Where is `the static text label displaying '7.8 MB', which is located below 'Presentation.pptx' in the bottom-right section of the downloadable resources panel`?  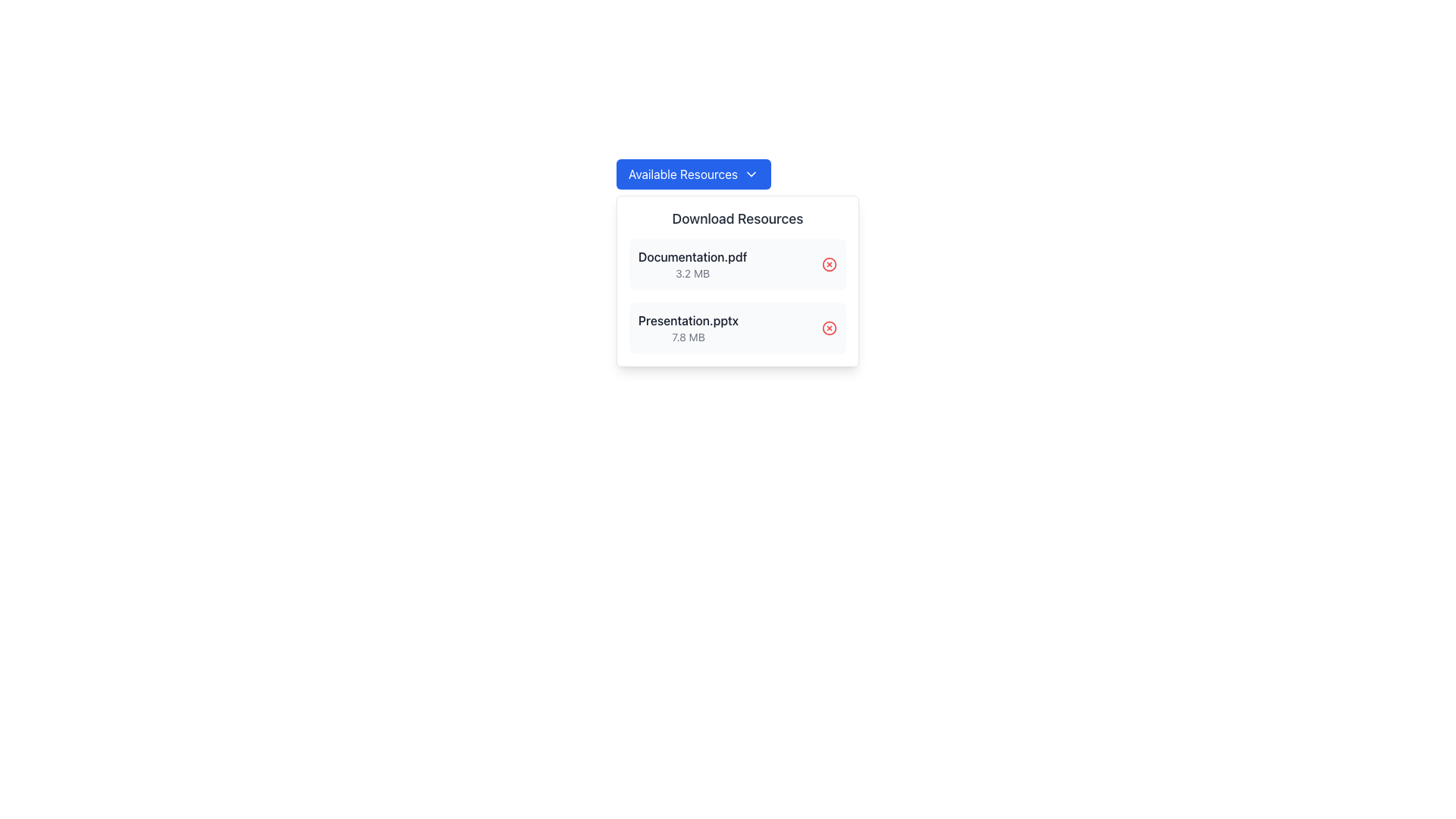 the static text label displaying '7.8 MB', which is located below 'Presentation.pptx' in the bottom-right section of the downloadable resources panel is located at coordinates (687, 336).